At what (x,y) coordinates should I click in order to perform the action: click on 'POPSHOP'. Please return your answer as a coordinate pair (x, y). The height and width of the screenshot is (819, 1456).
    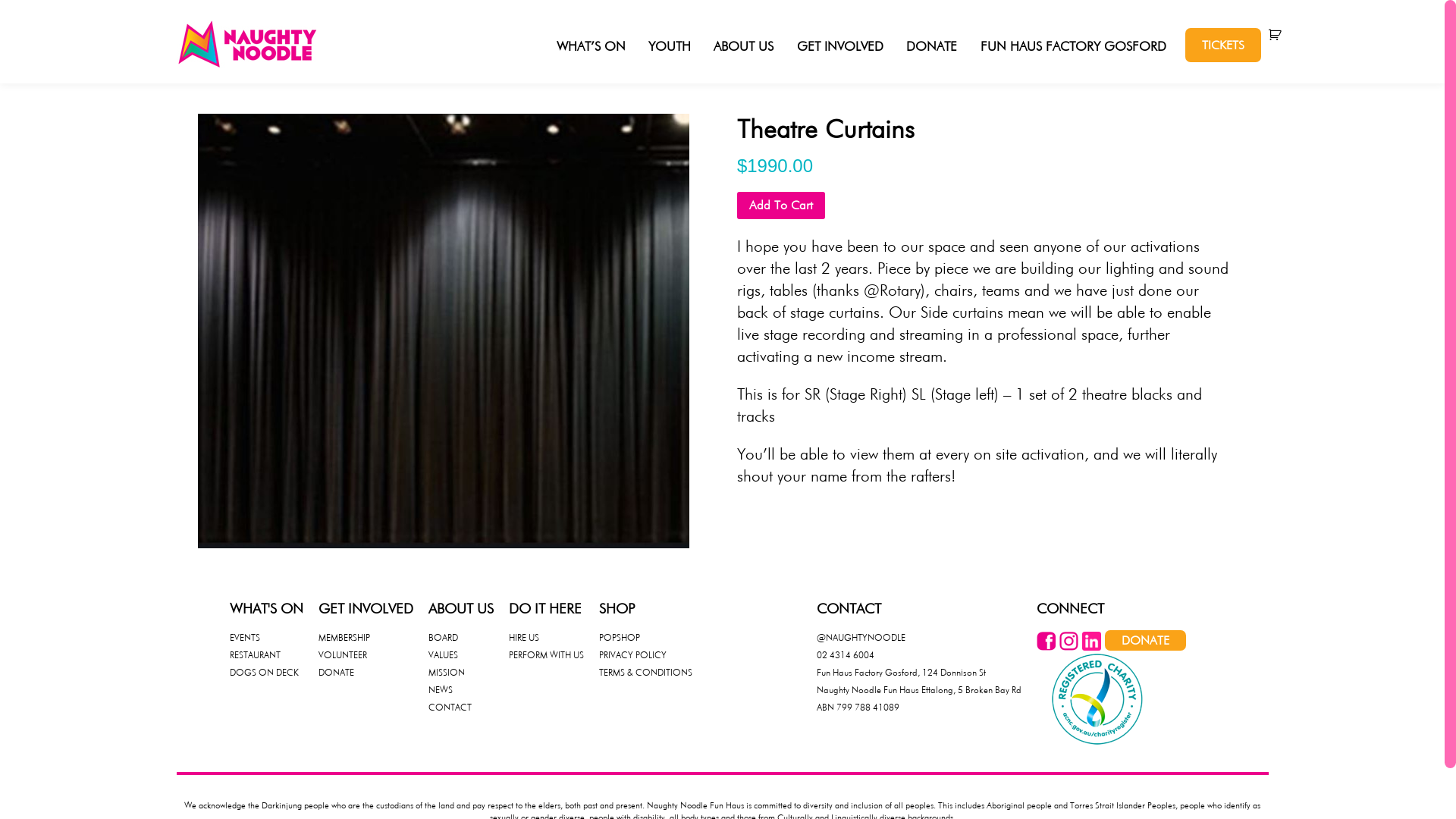
    Looking at the image, I should click on (619, 637).